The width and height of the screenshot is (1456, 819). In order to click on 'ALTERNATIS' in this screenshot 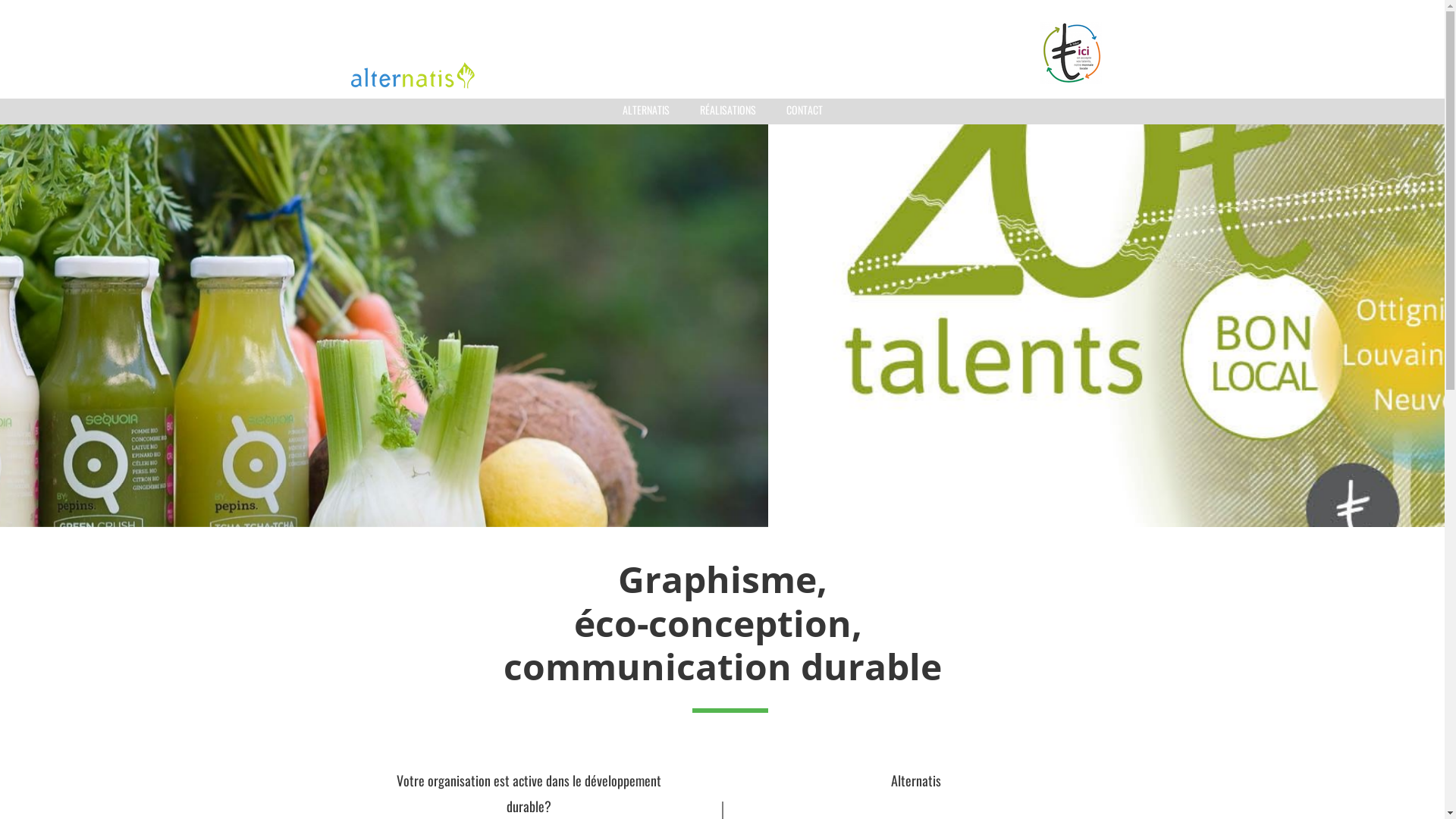, I will do `click(645, 109)`.